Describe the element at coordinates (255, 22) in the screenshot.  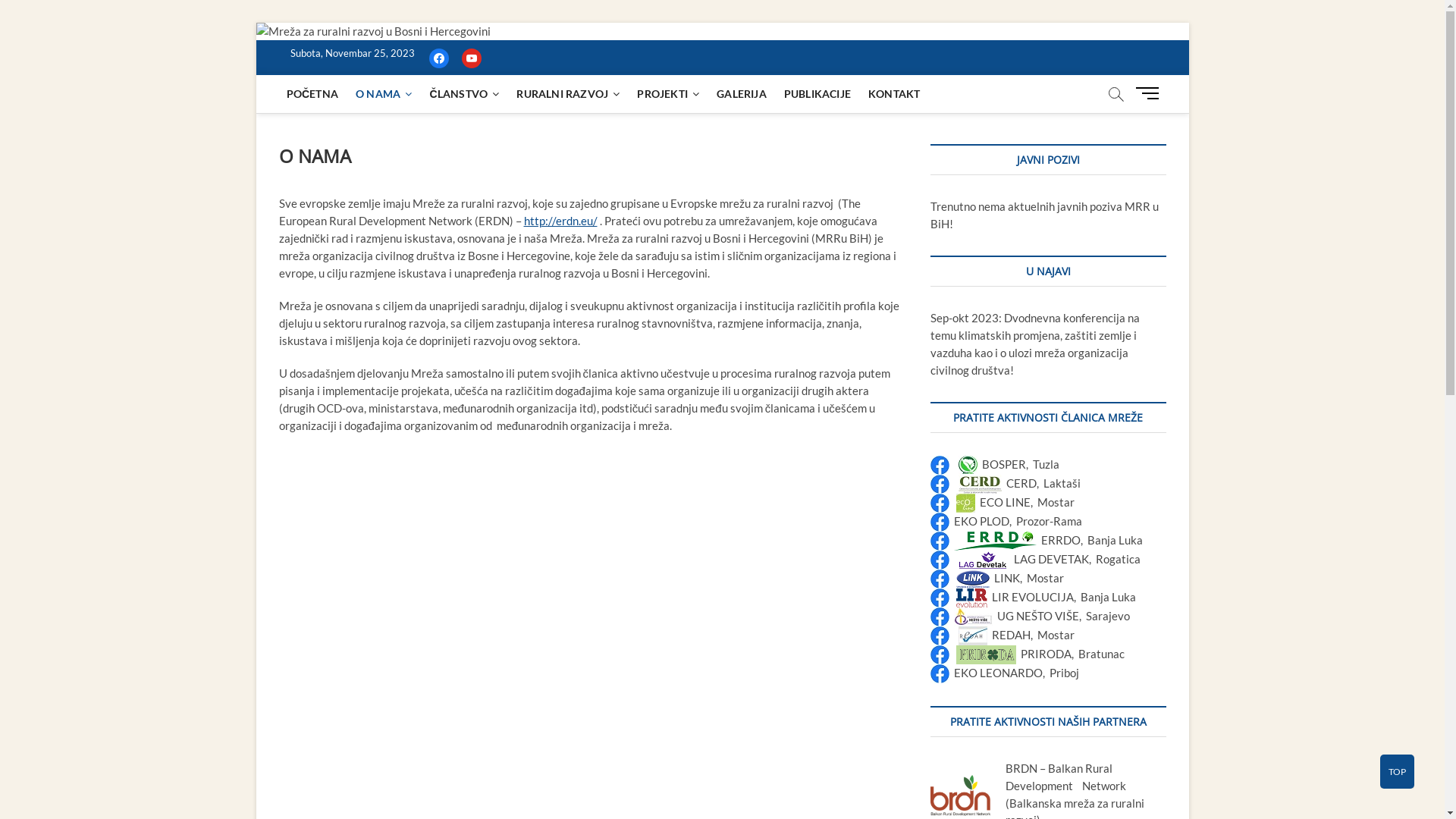
I see `'Skip to content'` at that location.